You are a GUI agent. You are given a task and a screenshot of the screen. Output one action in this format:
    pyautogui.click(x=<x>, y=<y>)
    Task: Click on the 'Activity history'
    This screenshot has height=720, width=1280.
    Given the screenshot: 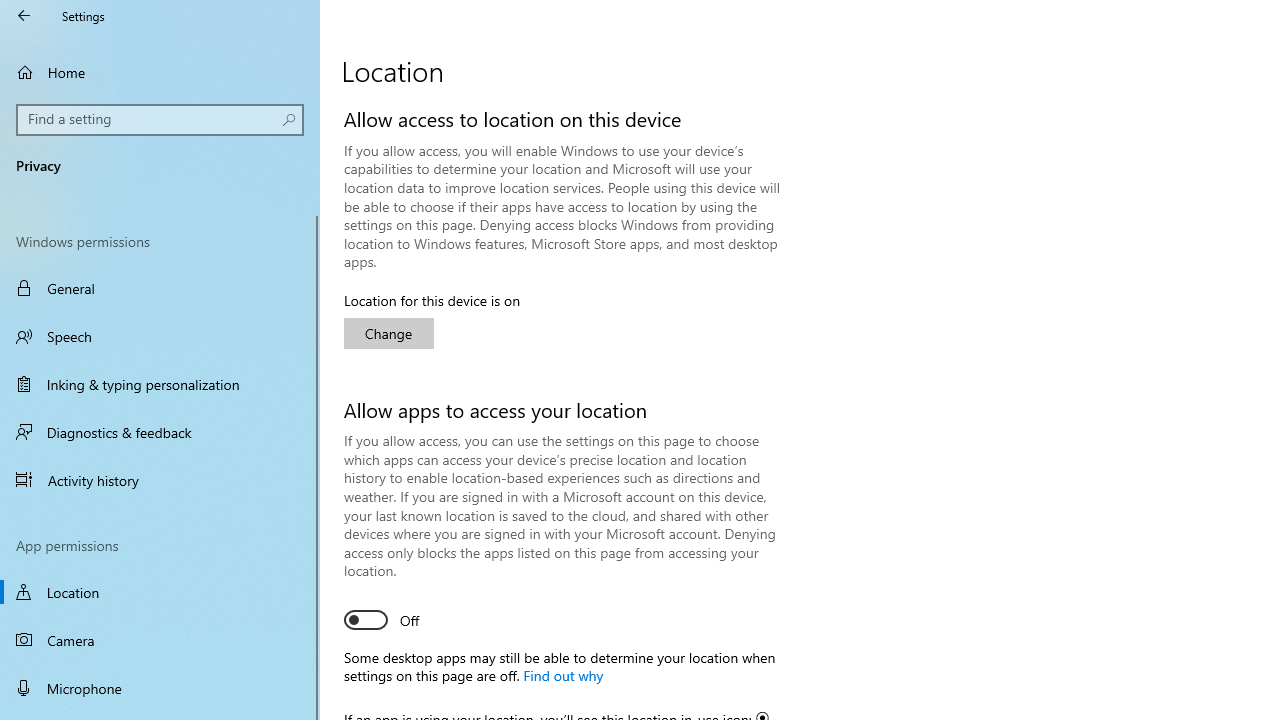 What is the action you would take?
    pyautogui.click(x=160, y=479)
    